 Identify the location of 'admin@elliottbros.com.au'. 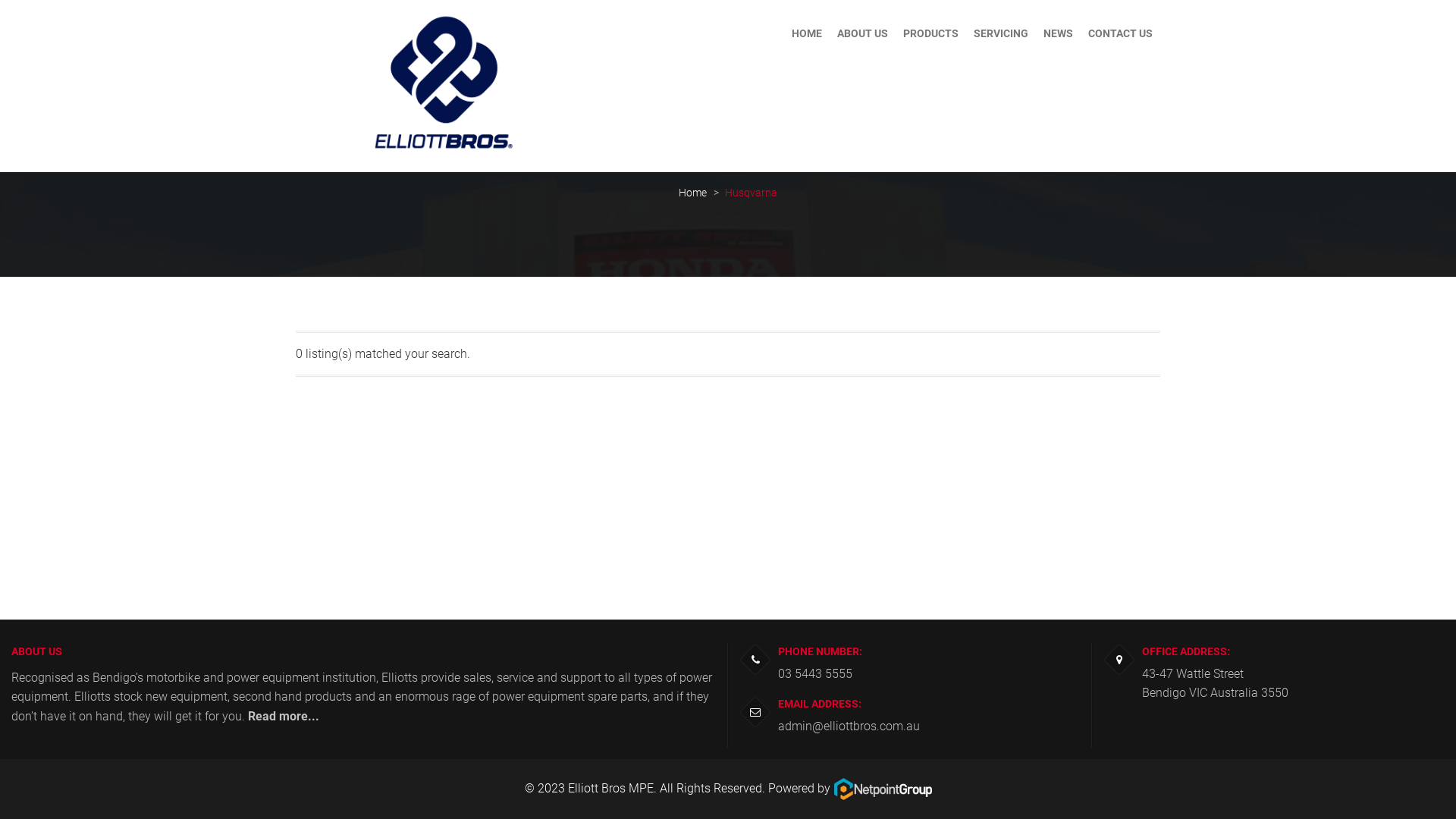
(848, 725).